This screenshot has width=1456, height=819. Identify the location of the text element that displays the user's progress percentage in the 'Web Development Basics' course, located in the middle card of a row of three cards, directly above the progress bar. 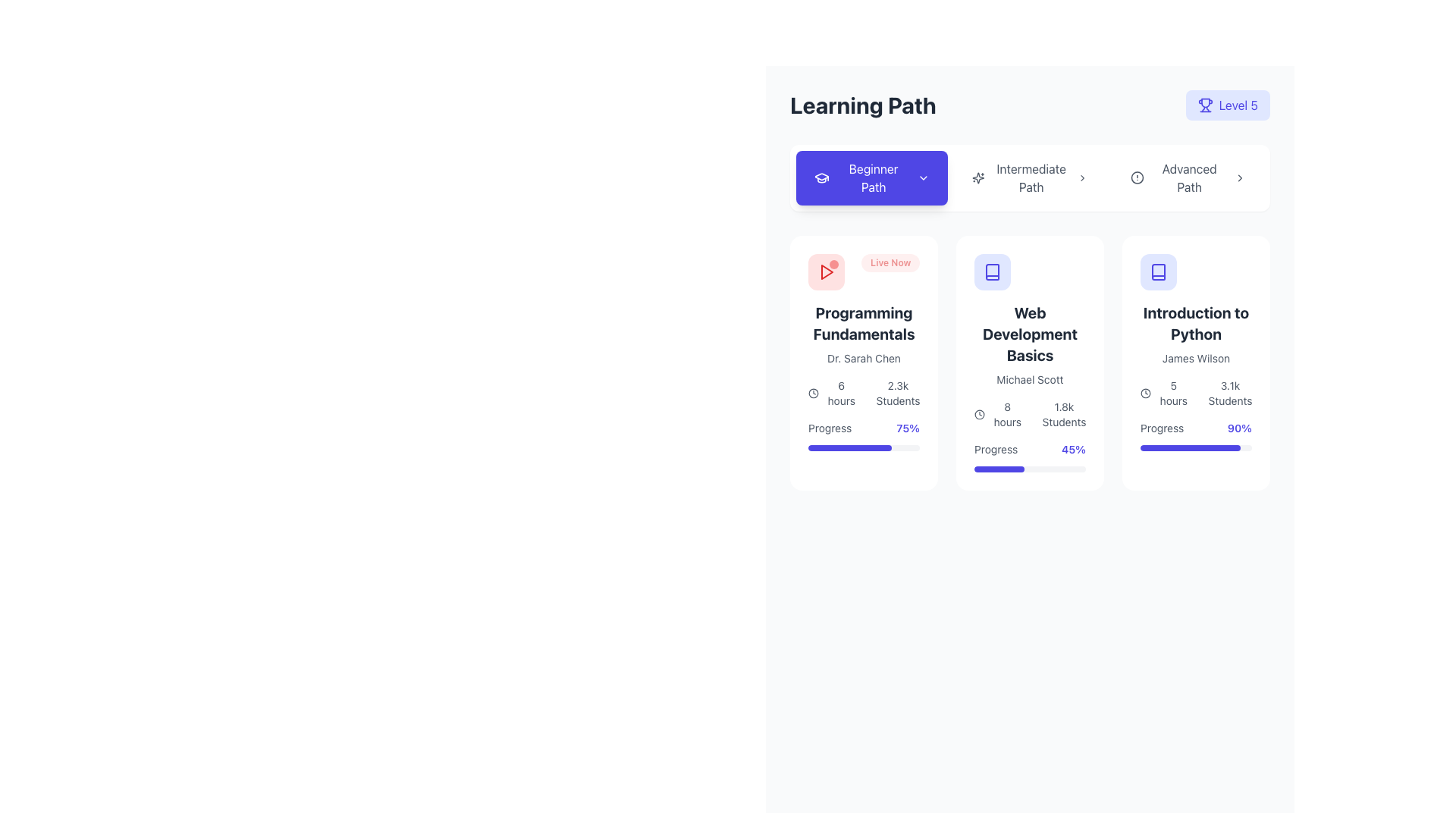
(1030, 449).